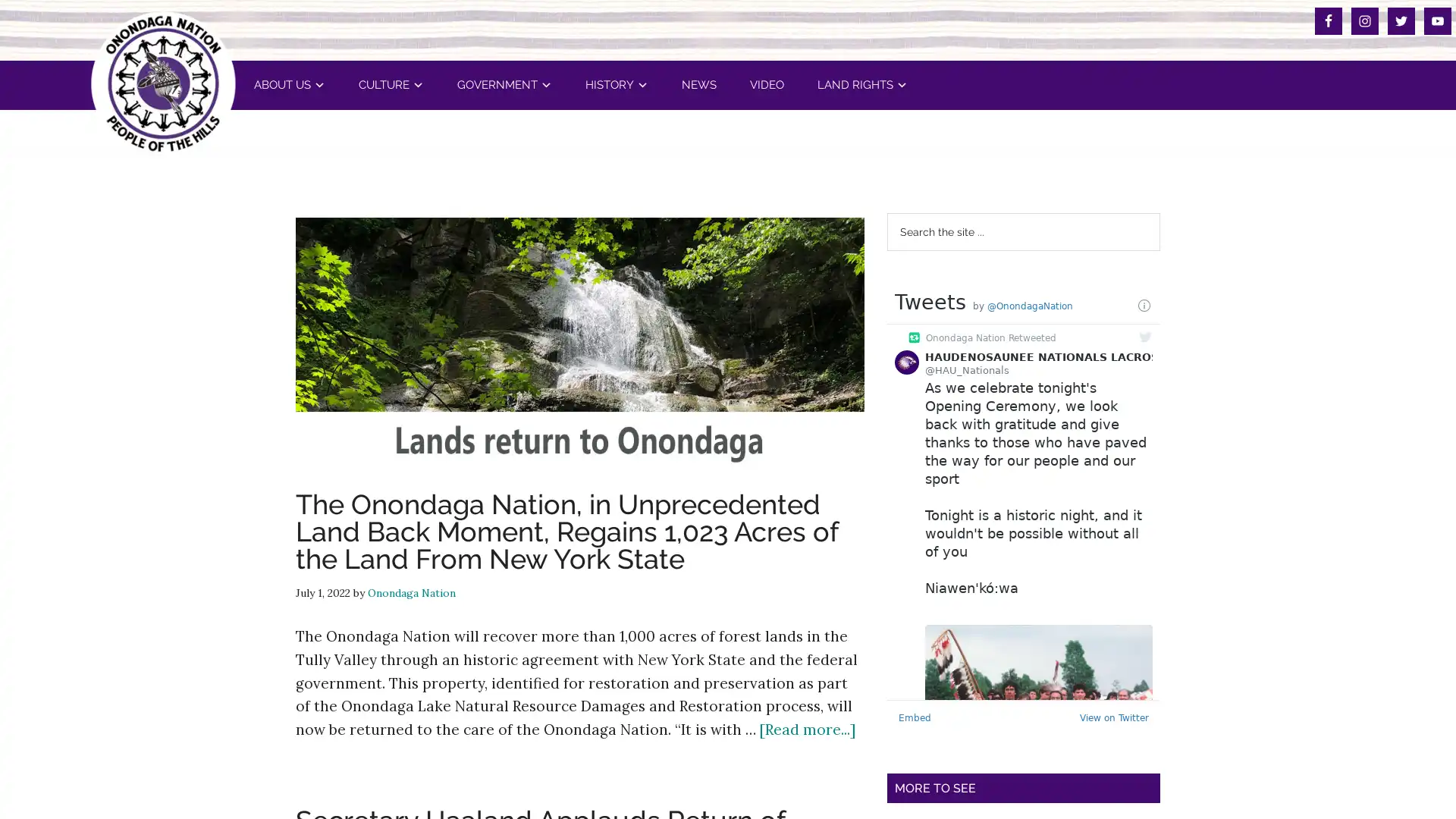 Image resolution: width=1456 pixels, height=819 pixels. What do you see at coordinates (1159, 212) in the screenshot?
I see `Search` at bounding box center [1159, 212].